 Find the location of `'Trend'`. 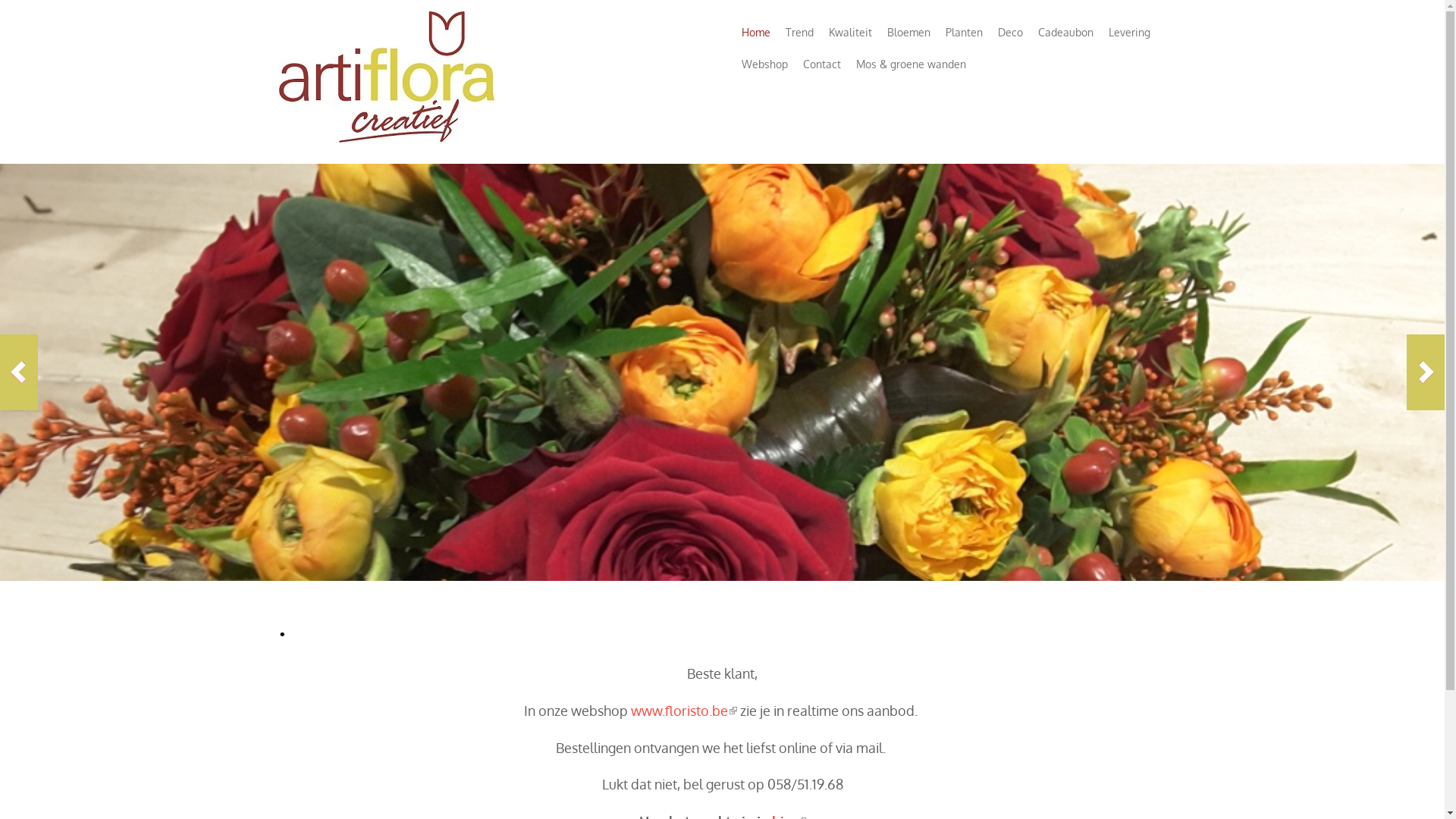

'Trend' is located at coordinates (799, 32).